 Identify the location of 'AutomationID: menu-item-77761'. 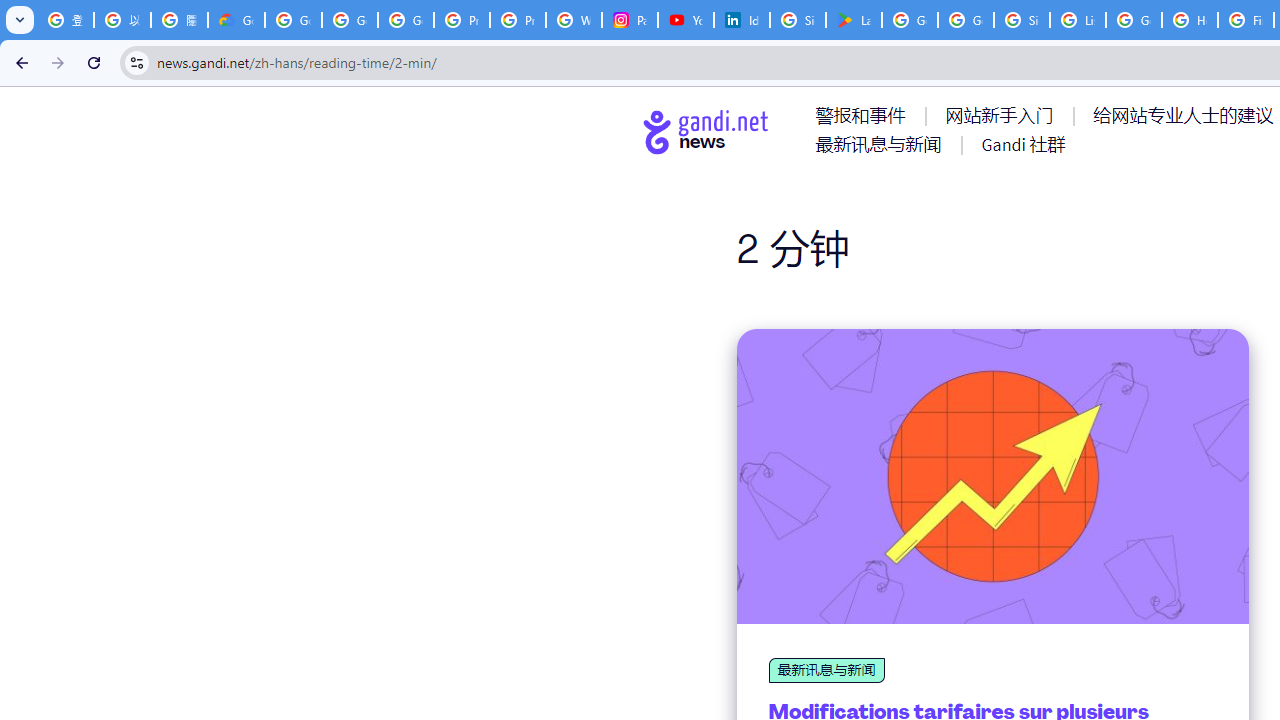
(864, 115).